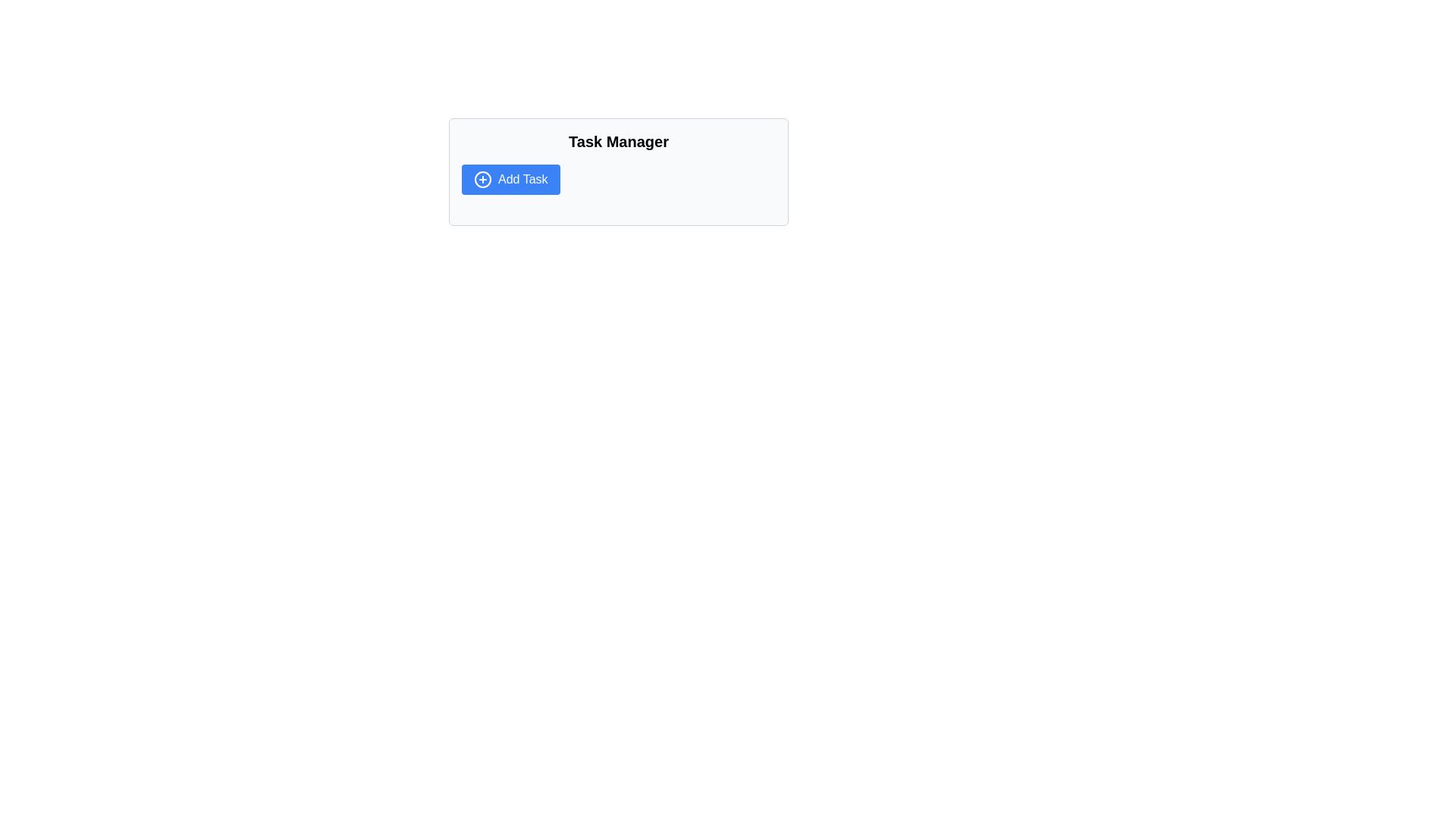  Describe the element at coordinates (482, 178) in the screenshot. I see `the plus sign icon inside a circle, which signifies the addition of new items or actions, located just to the left of the 'Add Task' button` at that location.